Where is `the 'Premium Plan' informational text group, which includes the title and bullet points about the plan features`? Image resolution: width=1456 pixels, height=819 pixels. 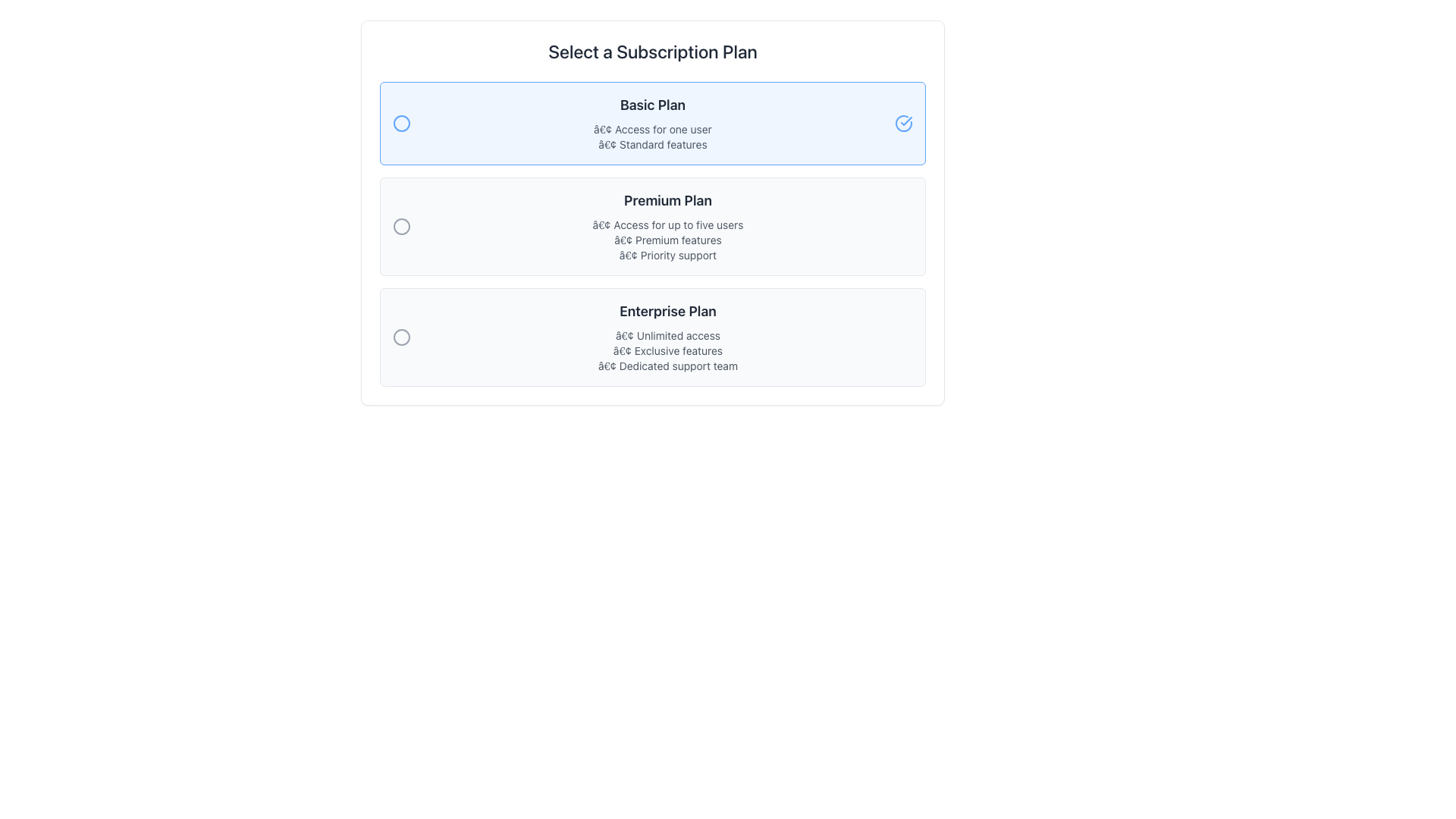
the 'Premium Plan' informational text group, which includes the title and bullet points about the plan features is located at coordinates (667, 227).